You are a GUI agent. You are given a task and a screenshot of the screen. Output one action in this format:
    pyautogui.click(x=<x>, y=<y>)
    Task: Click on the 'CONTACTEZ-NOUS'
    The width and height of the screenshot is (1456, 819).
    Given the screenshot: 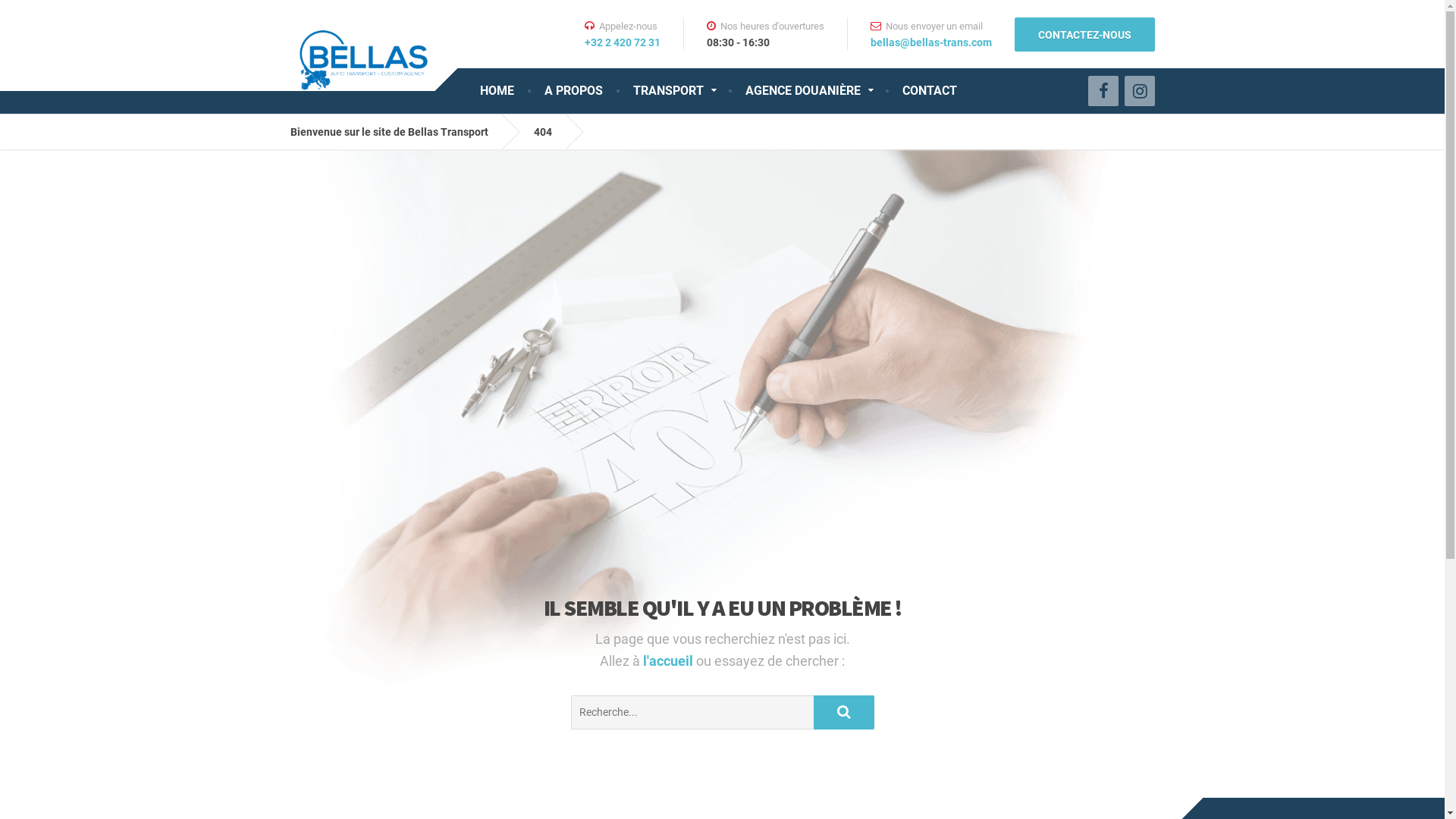 What is the action you would take?
    pyautogui.click(x=1015, y=33)
    